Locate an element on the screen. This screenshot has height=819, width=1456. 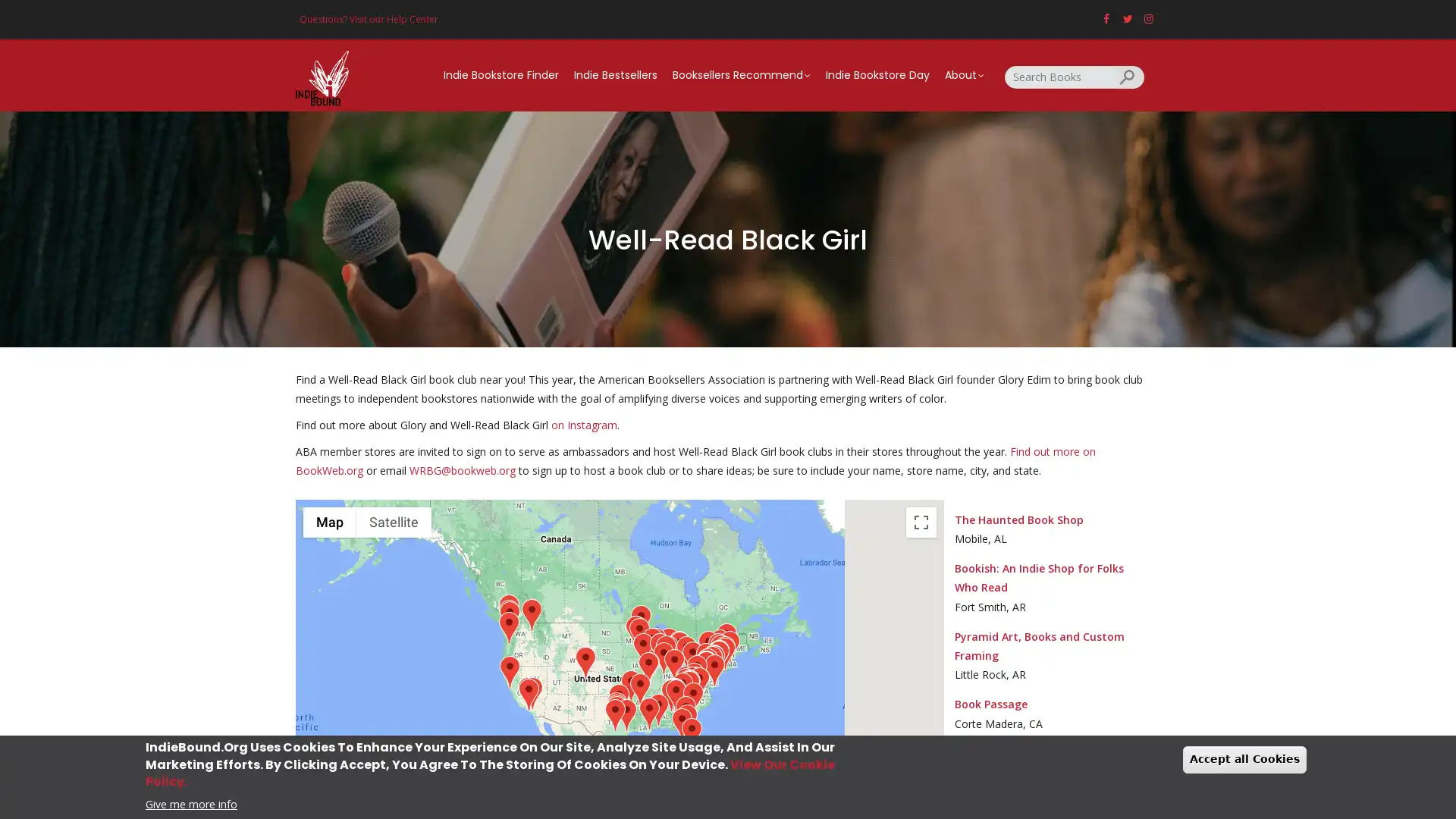
Pyramid Art, Books and Custom Framing is located at coordinates (639, 689).